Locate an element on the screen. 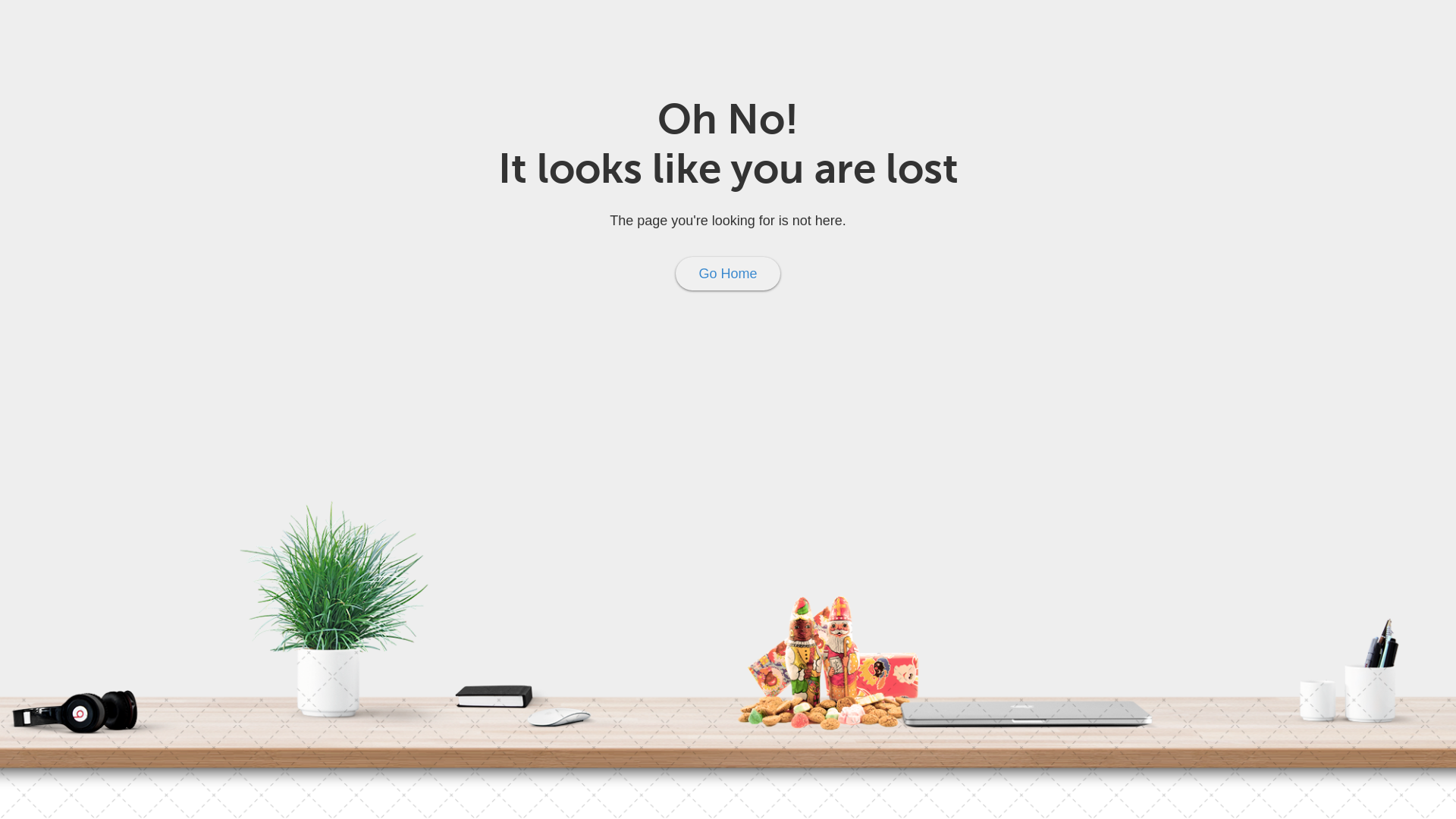  'Go Home' is located at coordinates (726, 274).